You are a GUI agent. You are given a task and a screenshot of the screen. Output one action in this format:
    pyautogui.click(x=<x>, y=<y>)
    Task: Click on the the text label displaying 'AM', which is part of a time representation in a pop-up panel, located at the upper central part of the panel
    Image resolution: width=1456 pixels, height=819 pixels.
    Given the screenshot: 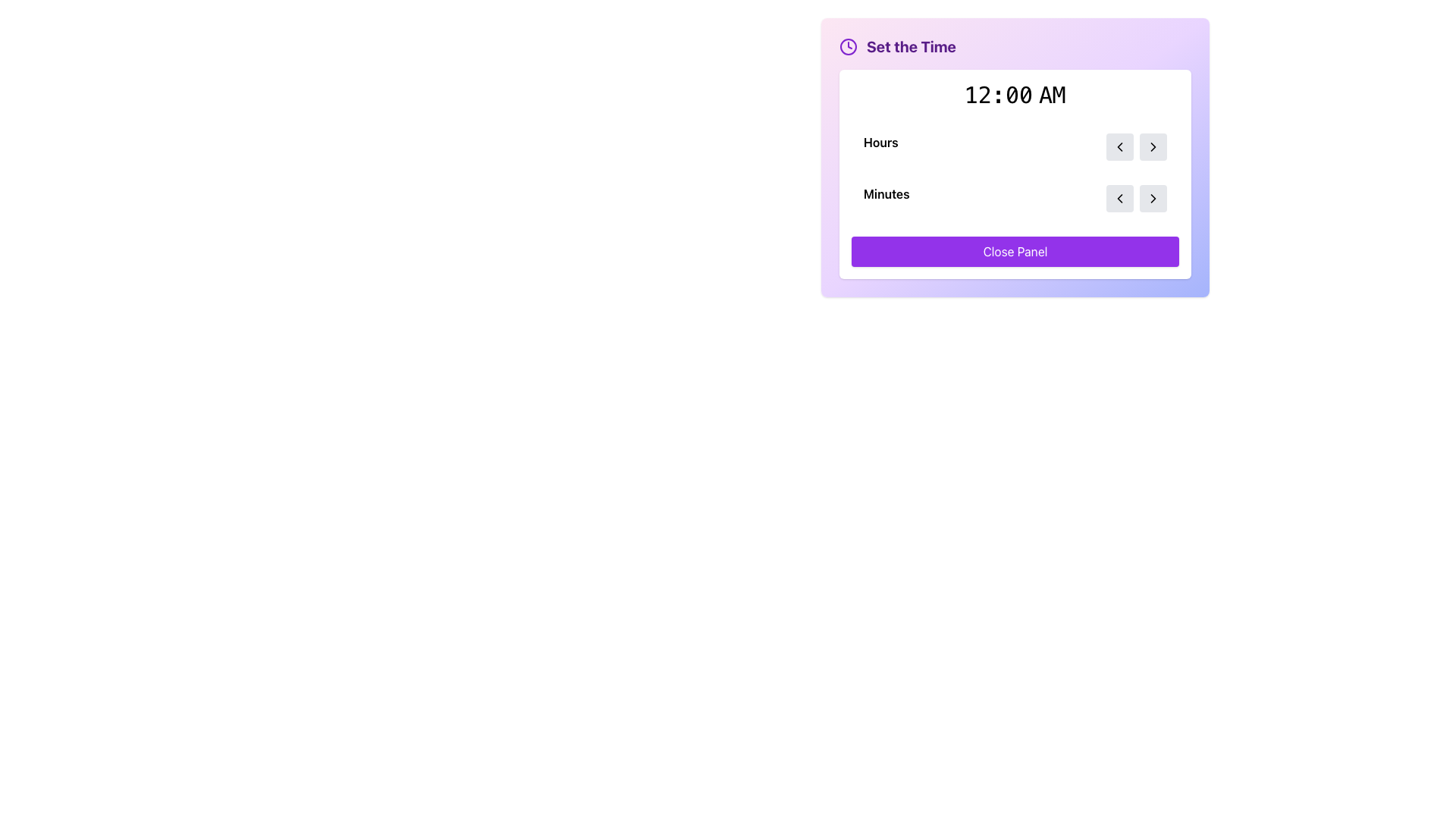 What is the action you would take?
    pyautogui.click(x=1049, y=96)
    